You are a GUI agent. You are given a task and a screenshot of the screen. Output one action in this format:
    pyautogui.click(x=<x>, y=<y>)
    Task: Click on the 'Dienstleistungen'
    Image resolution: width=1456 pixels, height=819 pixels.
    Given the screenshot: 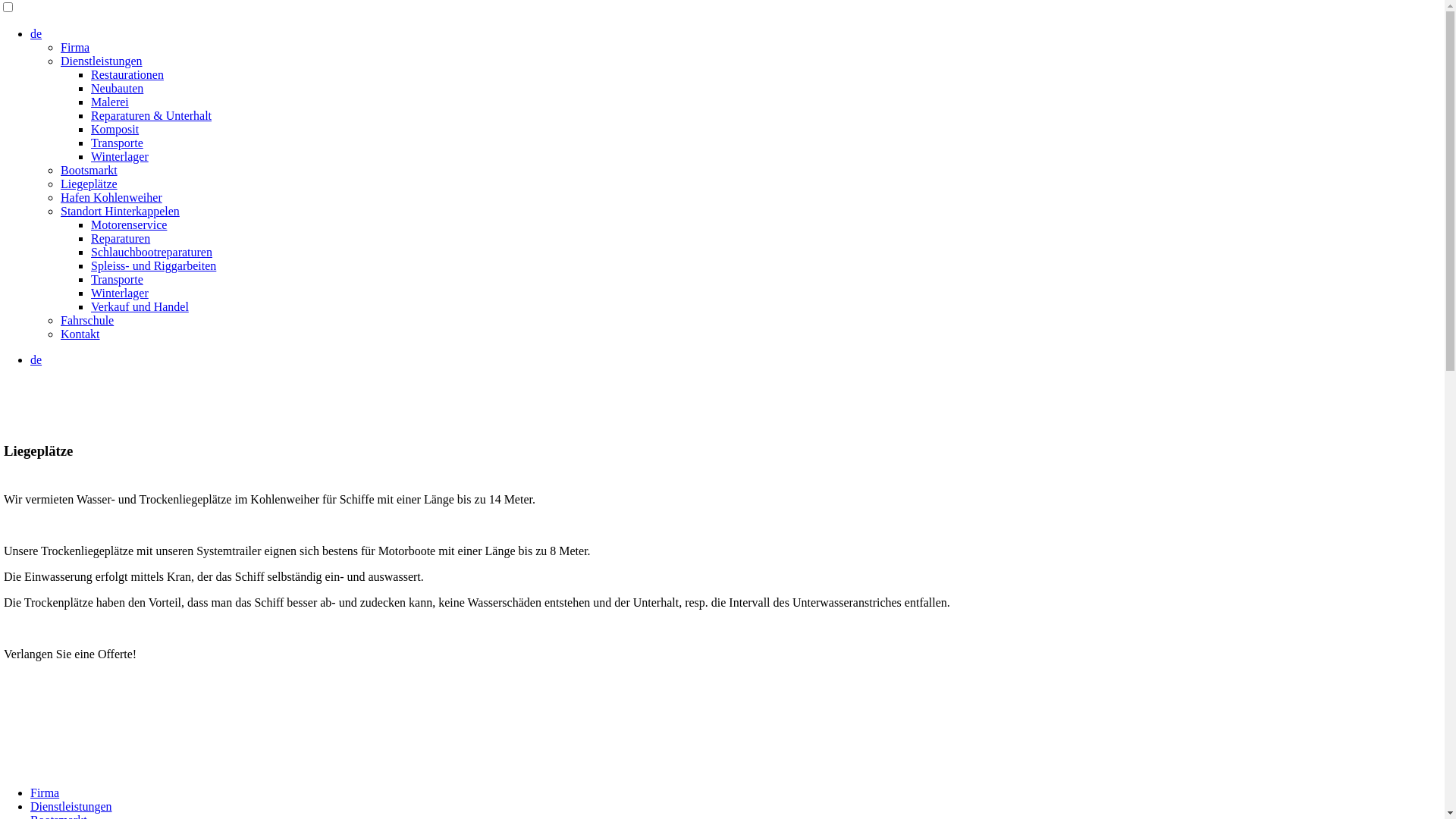 What is the action you would take?
    pyautogui.click(x=71, y=805)
    